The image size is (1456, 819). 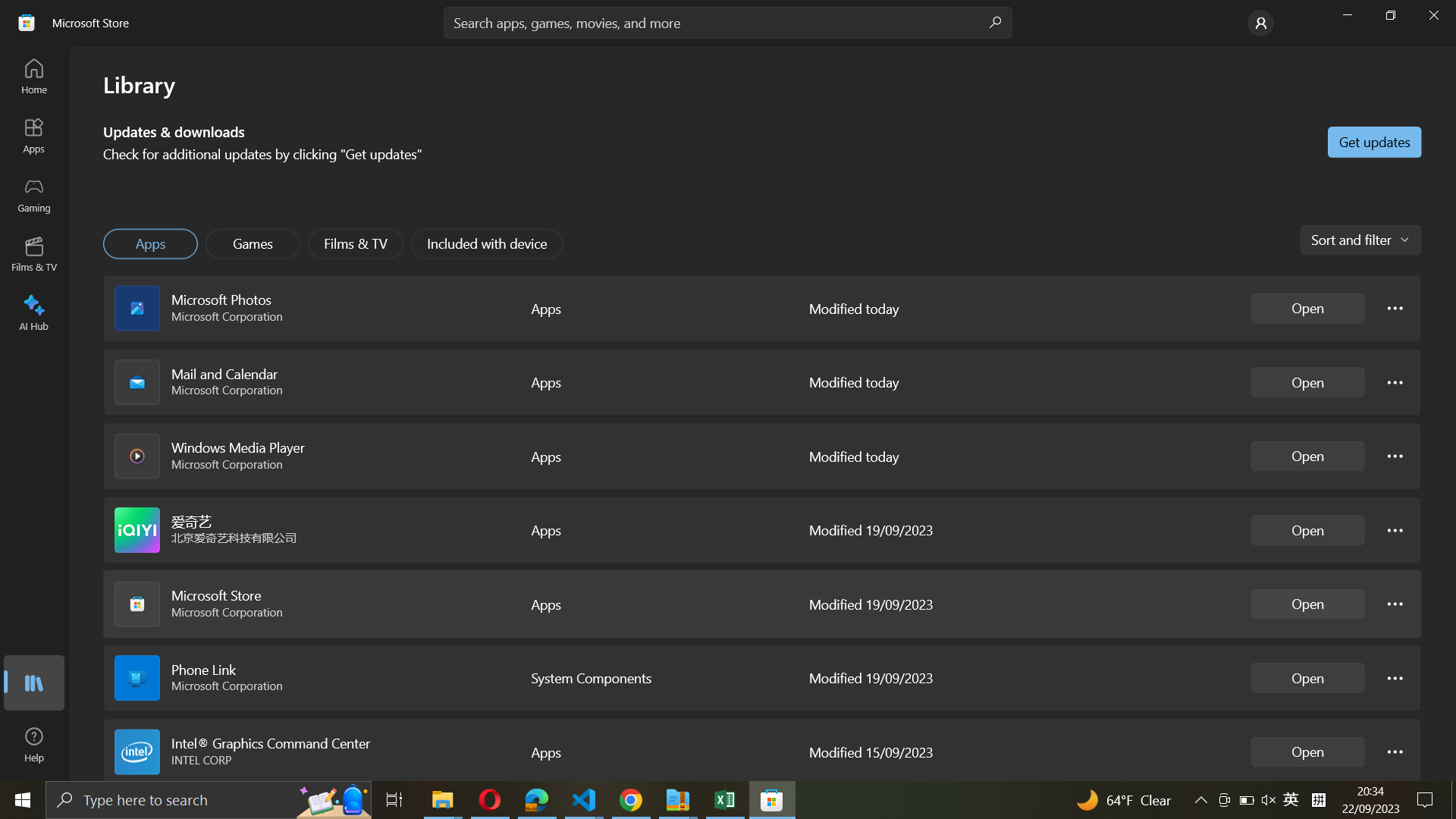 What do you see at coordinates (1395, 752) in the screenshot?
I see `the Intel Graphics settings` at bounding box center [1395, 752].